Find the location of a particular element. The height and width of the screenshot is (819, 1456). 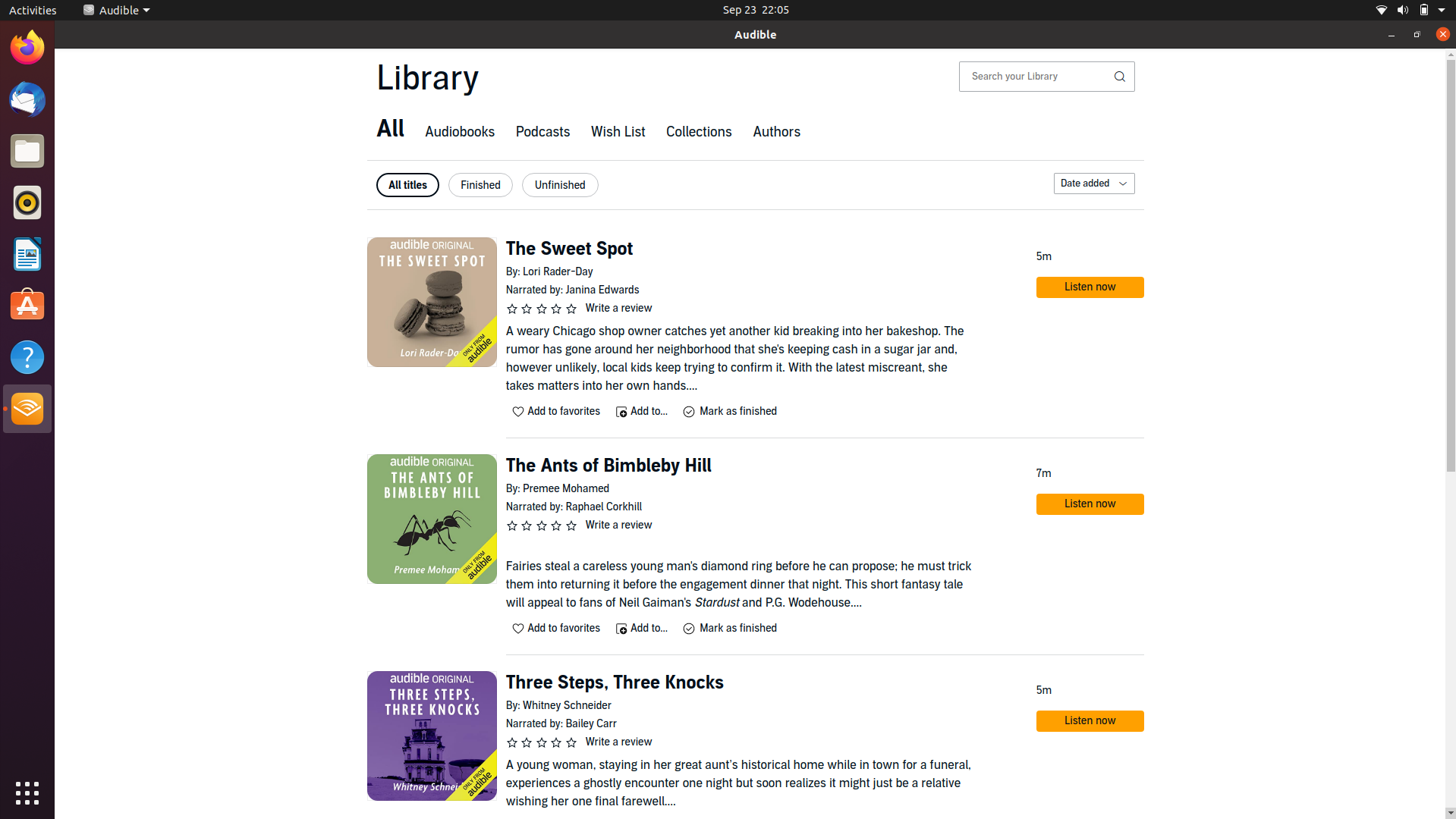

Extend current viewing window to its maximum dimension is located at coordinates (1415, 34).